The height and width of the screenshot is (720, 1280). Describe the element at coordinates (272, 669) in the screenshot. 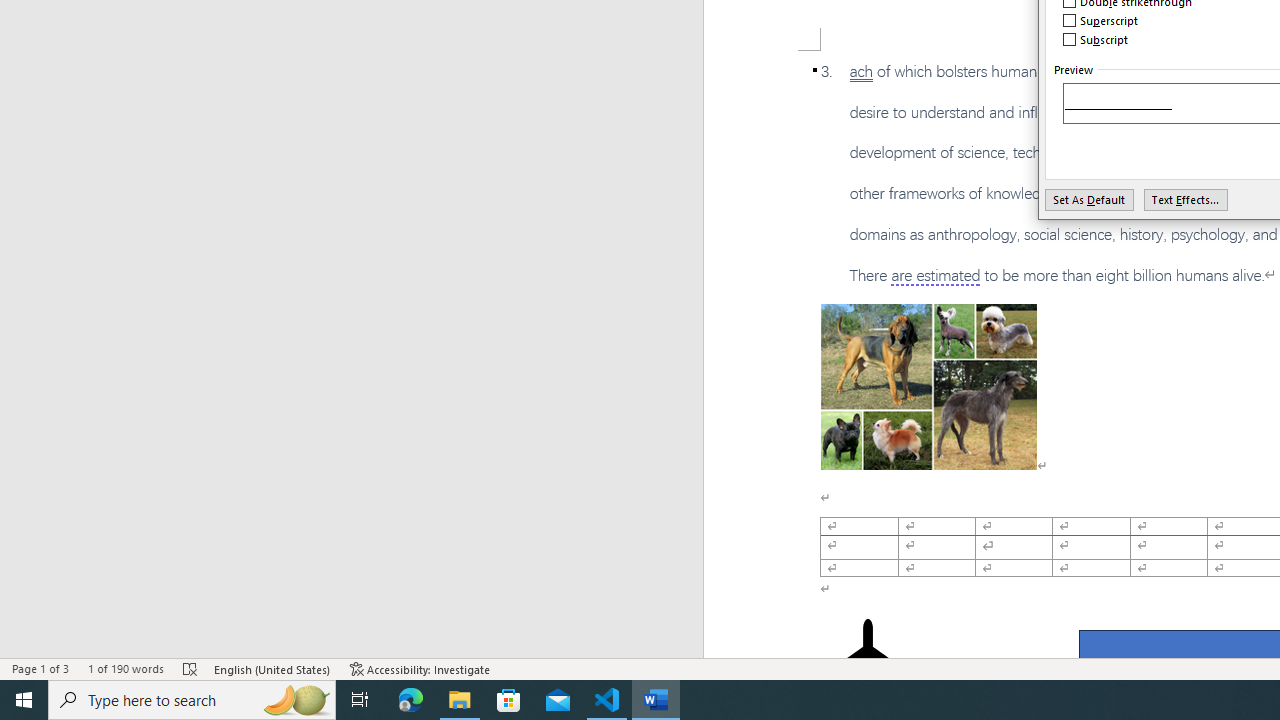

I see `'Language English (United States)'` at that location.